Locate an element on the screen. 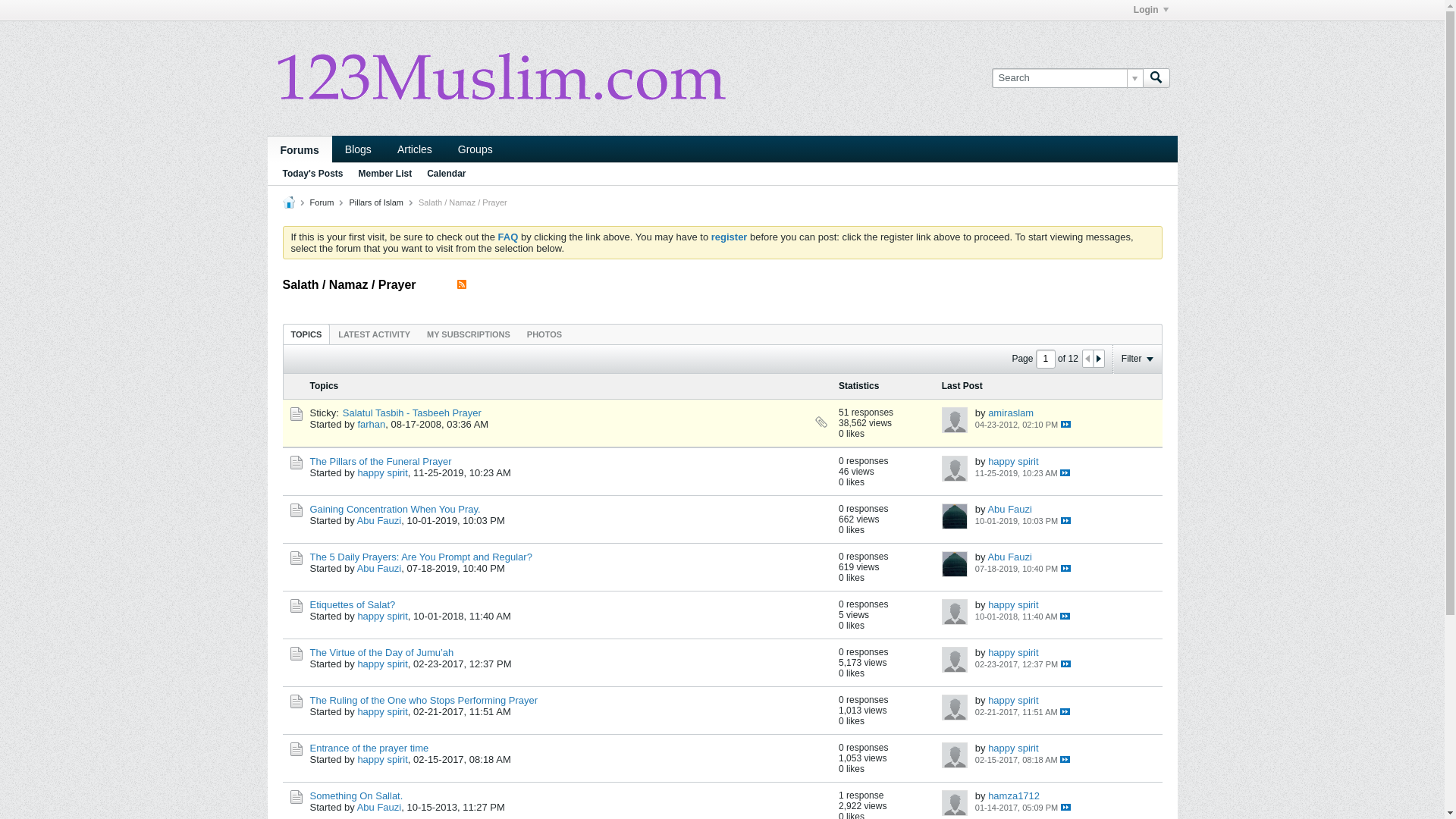 The width and height of the screenshot is (1456, 819). 'Something On Sallat.' is located at coordinates (355, 795).